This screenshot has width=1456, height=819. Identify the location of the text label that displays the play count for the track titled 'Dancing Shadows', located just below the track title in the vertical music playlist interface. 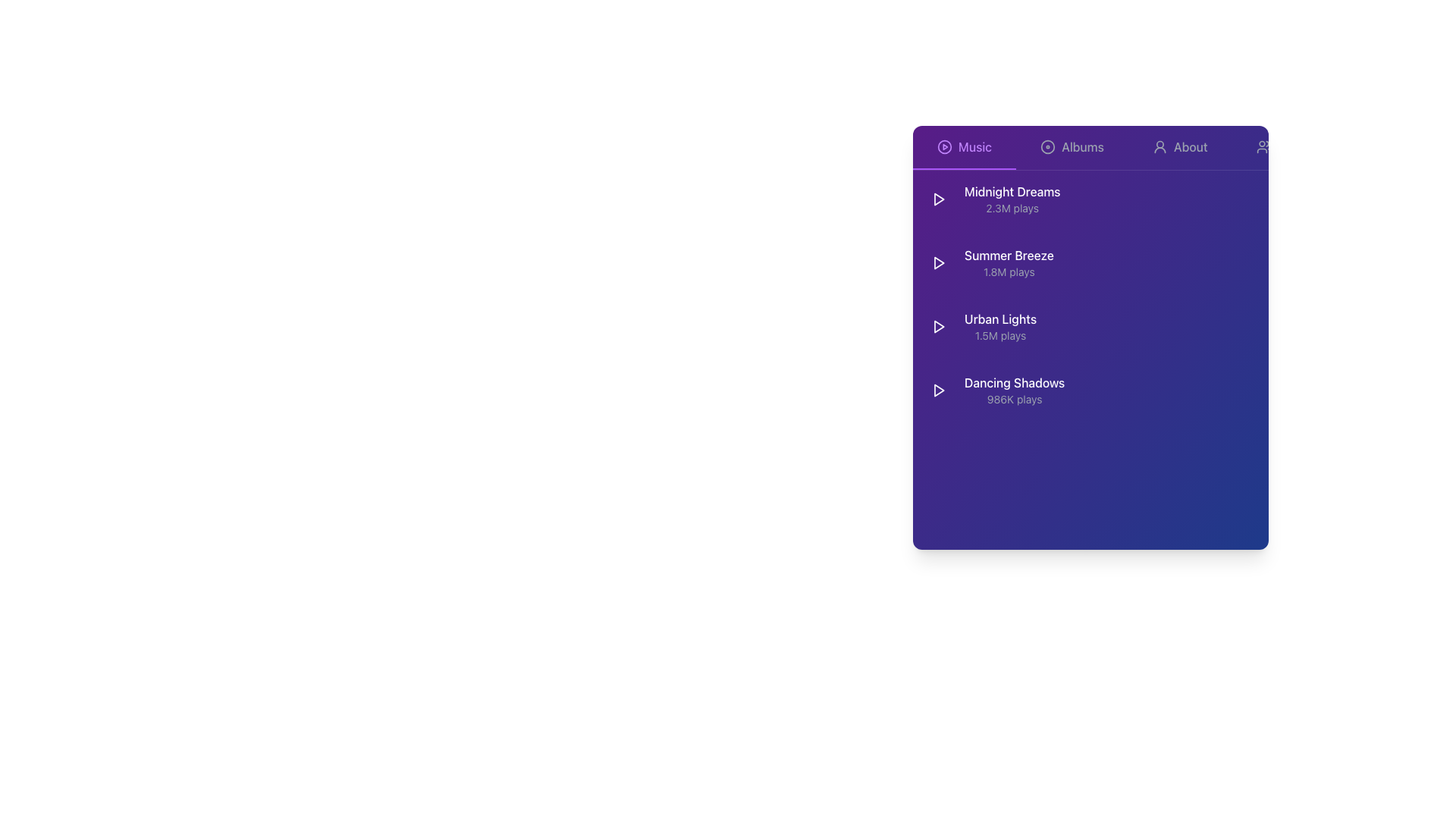
(1015, 399).